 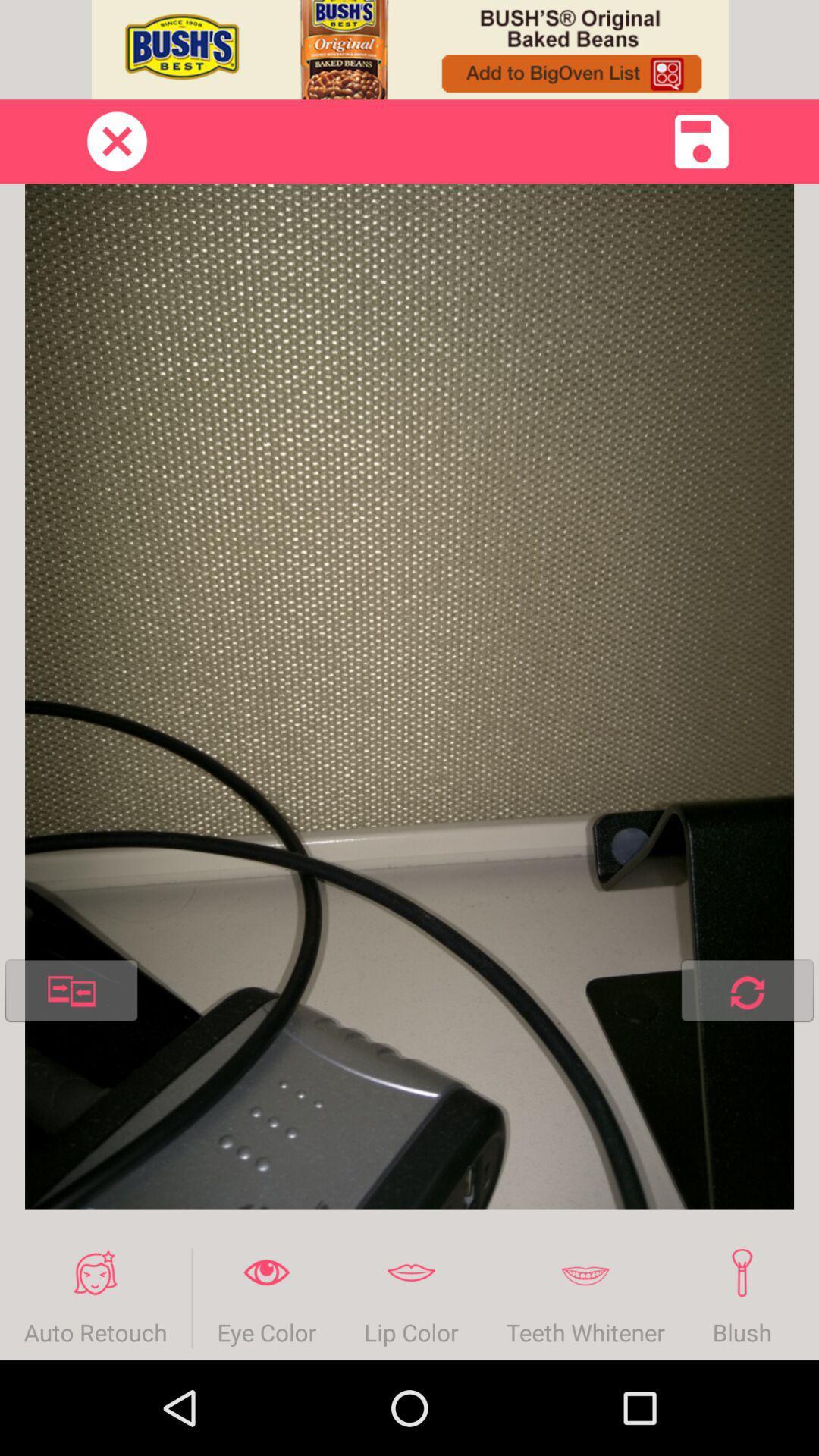 I want to click on item next to foundation icon, so click(x=741, y=1298).